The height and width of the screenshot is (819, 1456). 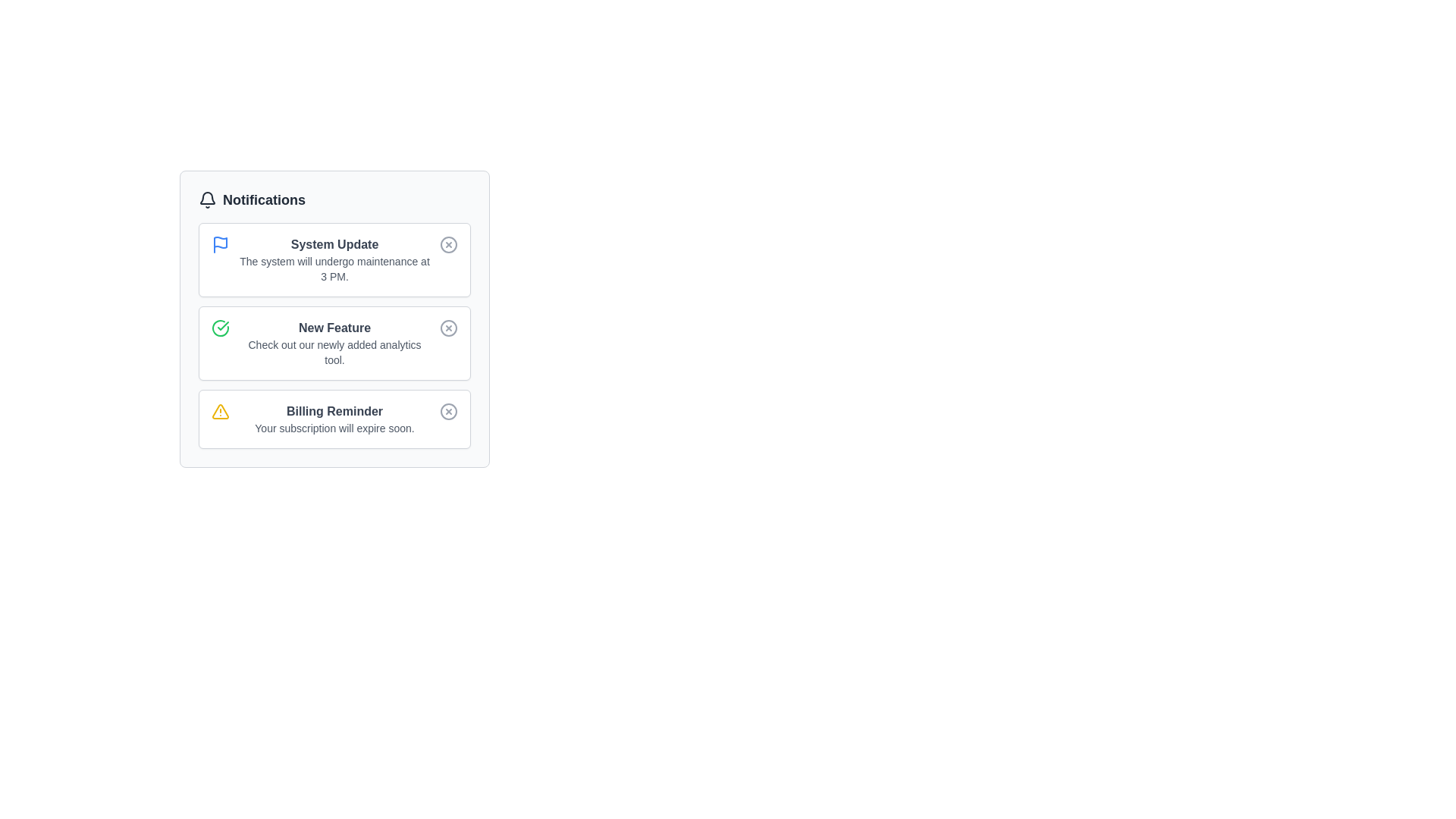 What do you see at coordinates (447, 327) in the screenshot?
I see `the close button located at the upper-right corner of the 'New Feature' notification card` at bounding box center [447, 327].